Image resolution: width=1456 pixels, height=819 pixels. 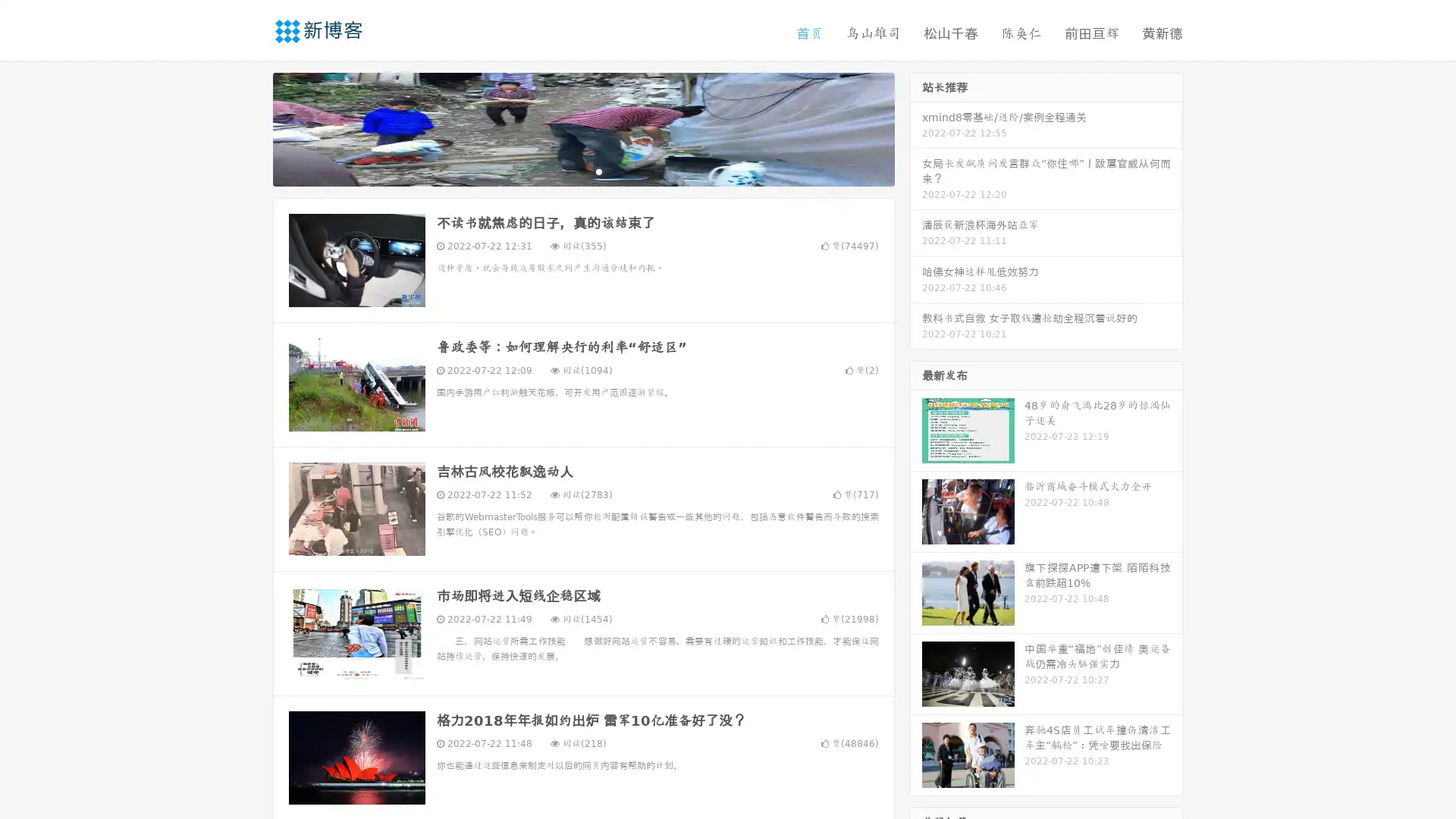 I want to click on Go to slide 1, so click(x=567, y=171).